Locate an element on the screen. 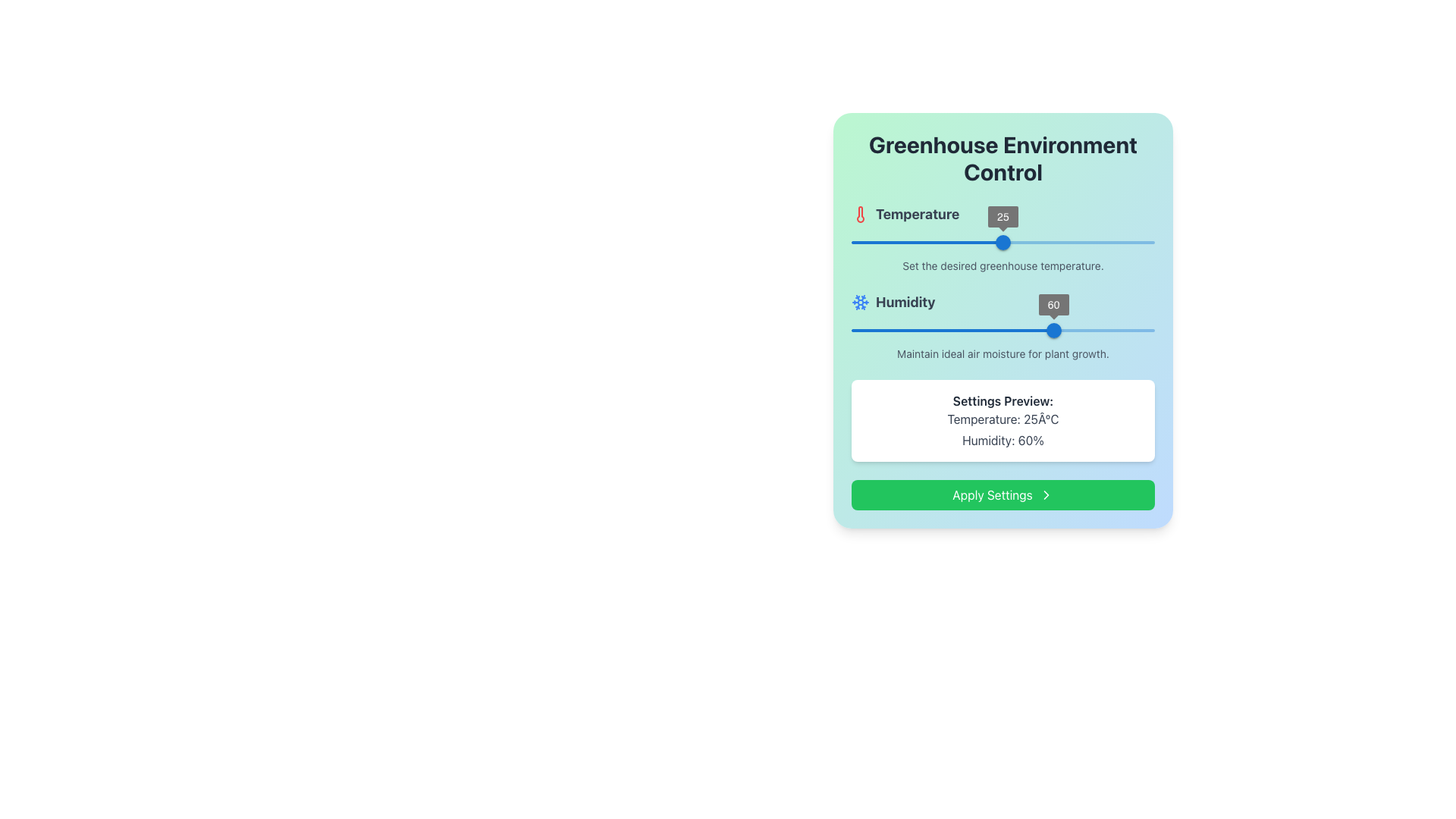 Image resolution: width=1456 pixels, height=819 pixels. the humidity level is located at coordinates (1033, 329).